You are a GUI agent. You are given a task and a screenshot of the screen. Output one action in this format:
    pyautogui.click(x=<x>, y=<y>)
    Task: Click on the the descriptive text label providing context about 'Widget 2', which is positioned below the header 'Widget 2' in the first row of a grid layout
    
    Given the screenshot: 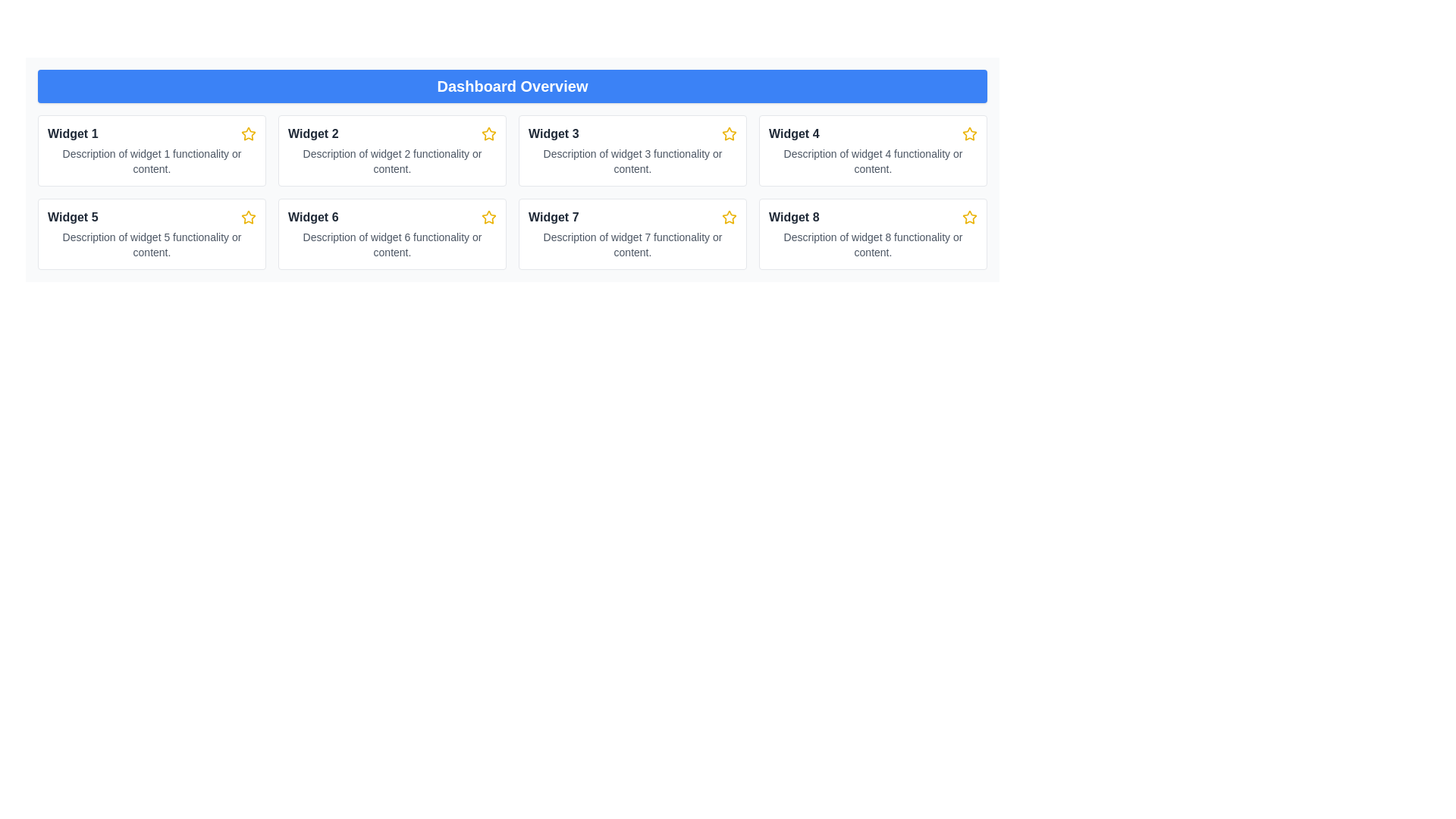 What is the action you would take?
    pyautogui.click(x=392, y=161)
    